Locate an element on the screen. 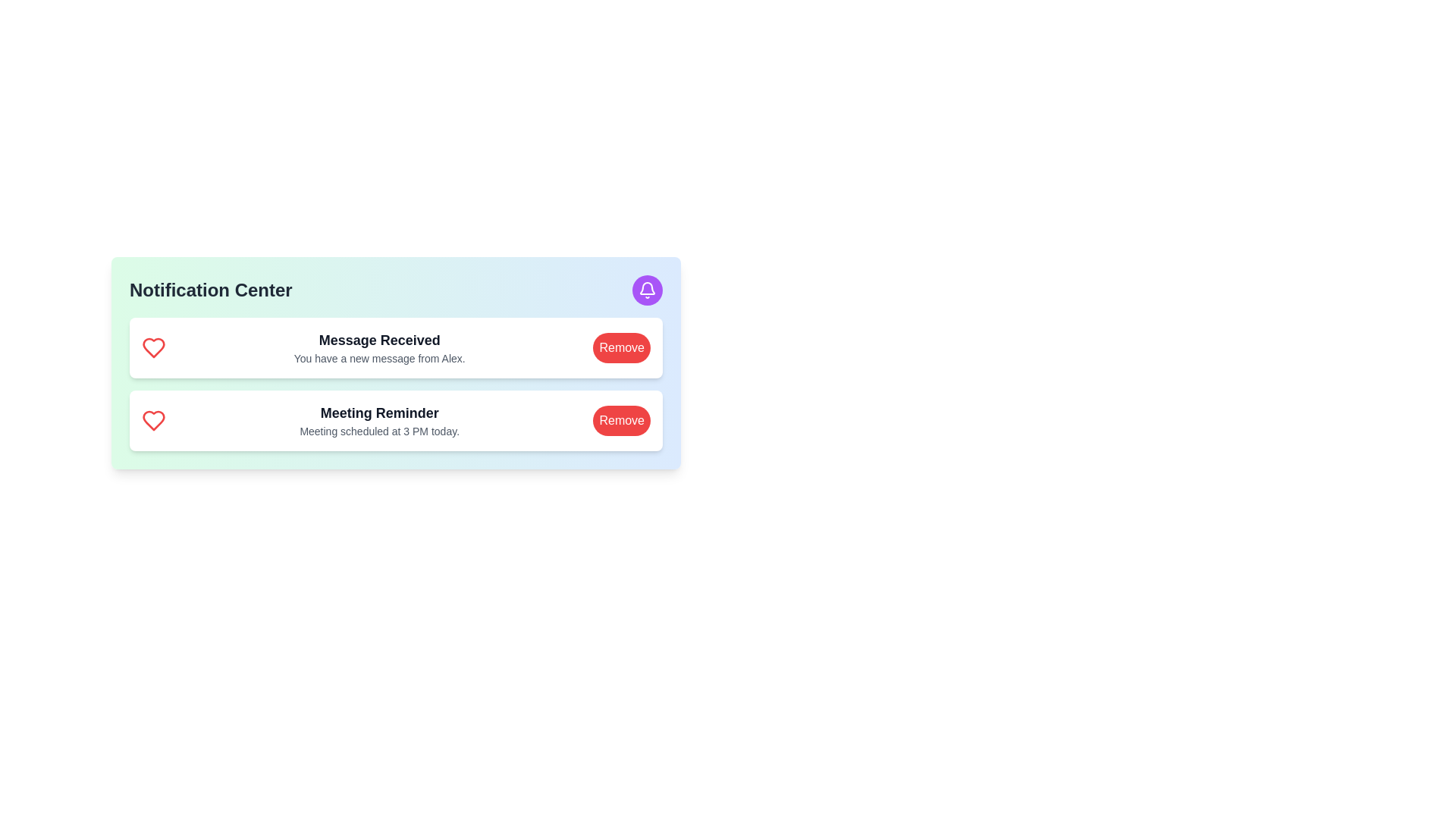  the button located at the far right of the notification card, which dismisses or deletes the notification associated with the message from Alex is located at coordinates (622, 348).